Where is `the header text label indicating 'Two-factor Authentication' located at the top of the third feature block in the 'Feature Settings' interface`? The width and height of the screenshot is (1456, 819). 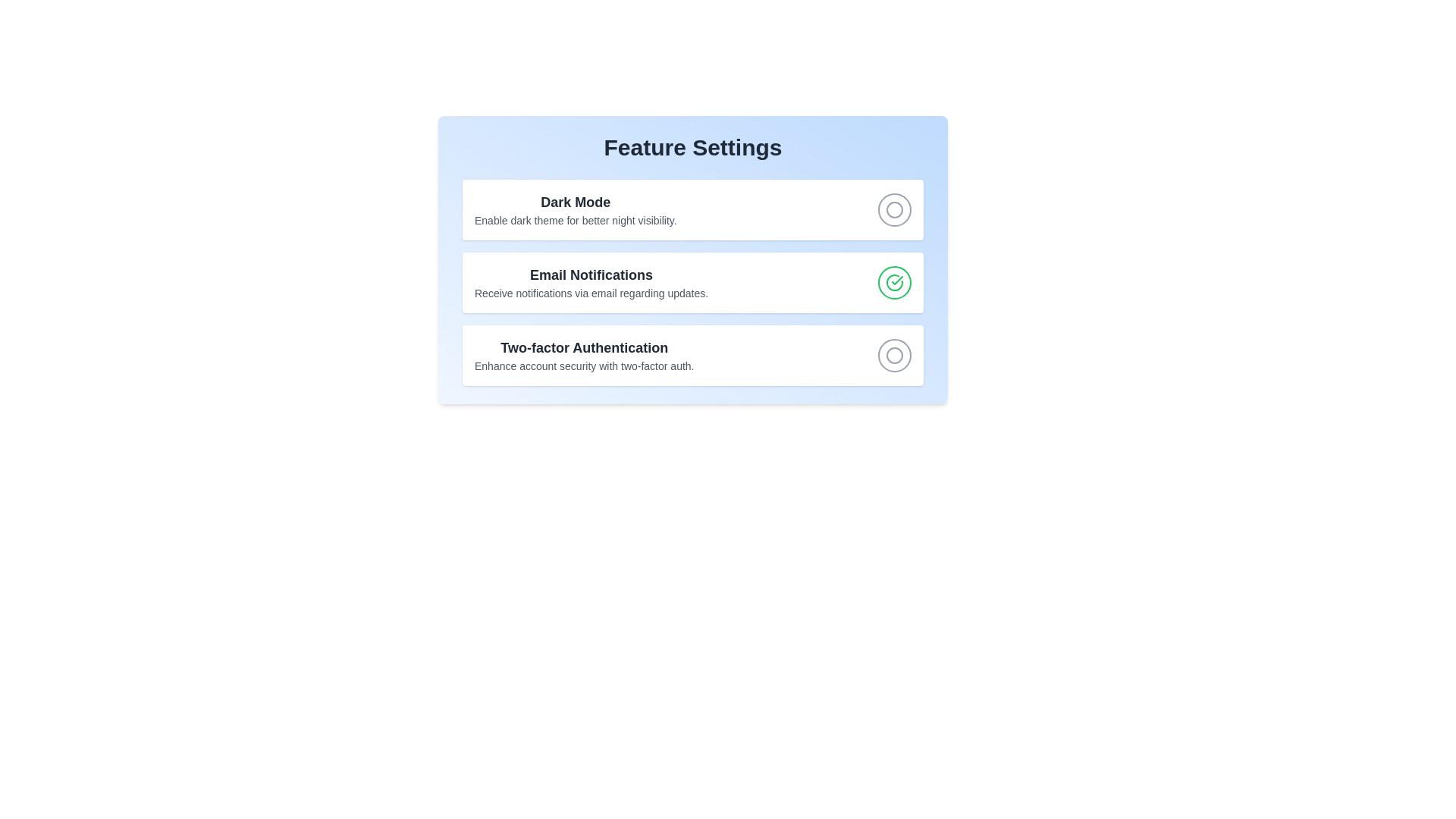 the header text label indicating 'Two-factor Authentication' located at the top of the third feature block in the 'Feature Settings' interface is located at coordinates (583, 348).